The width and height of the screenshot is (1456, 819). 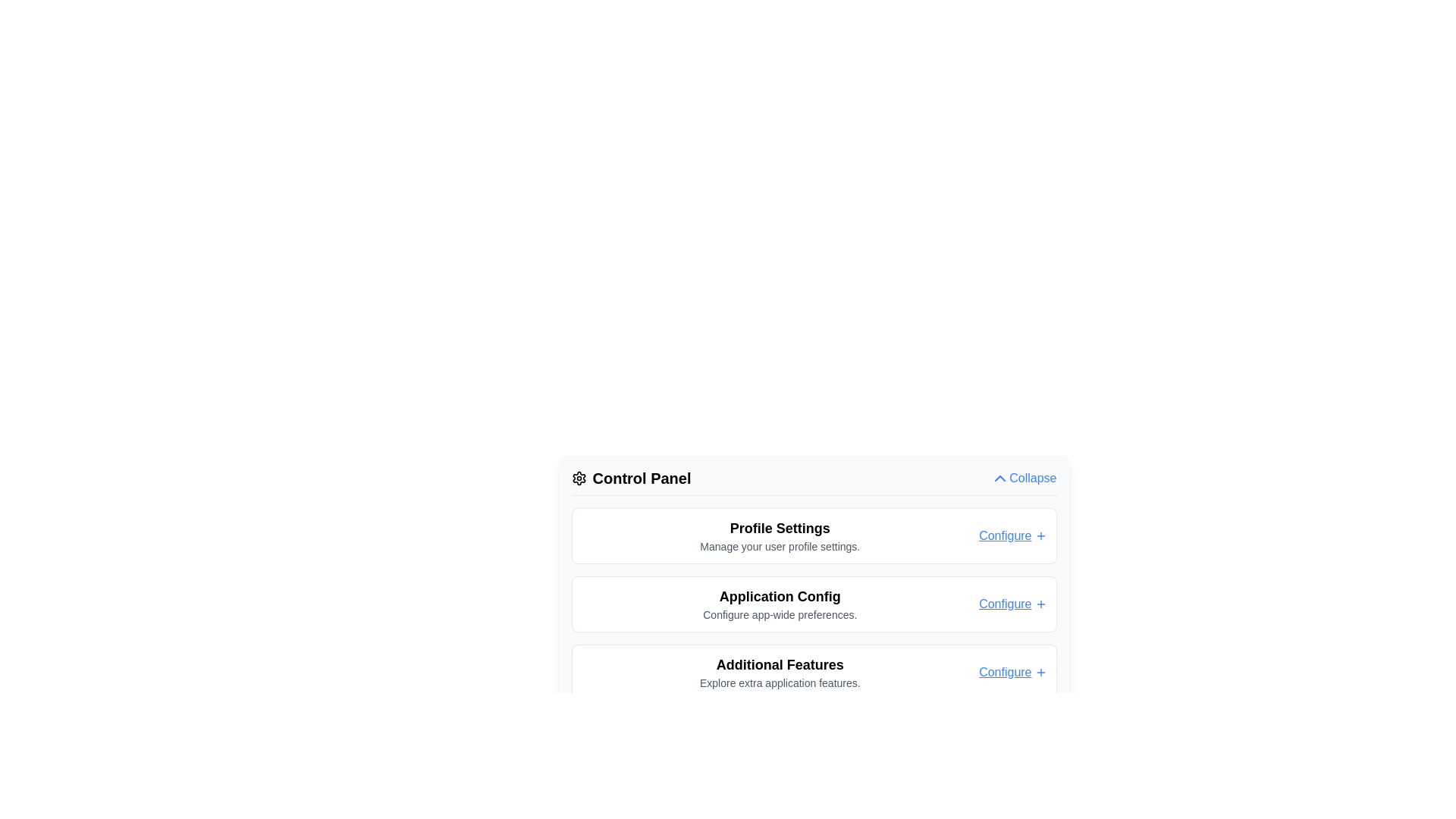 What do you see at coordinates (1012, 672) in the screenshot?
I see `the rightmost Text Link with Icon within the 'Additional Features' panel` at bounding box center [1012, 672].